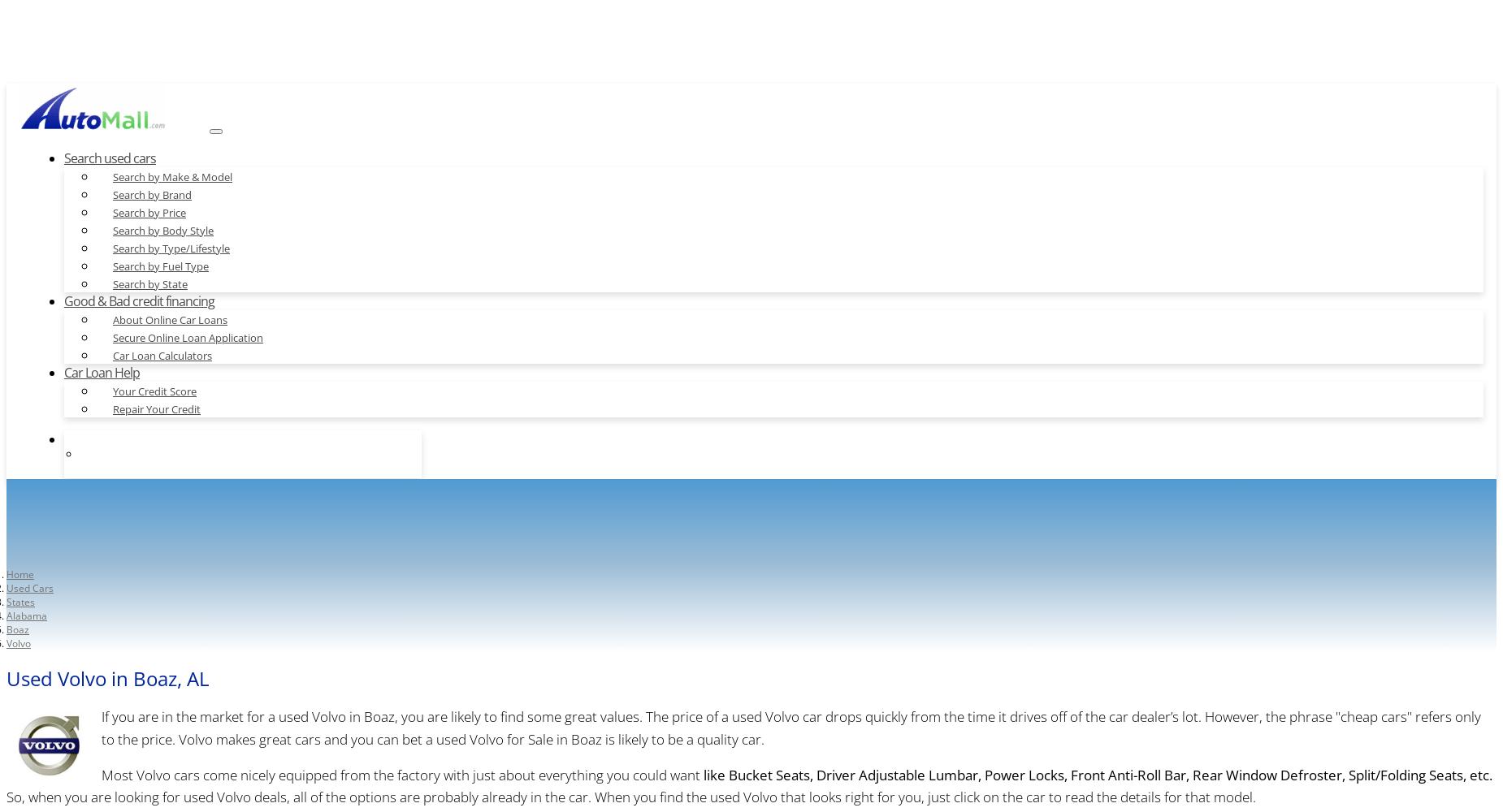  What do you see at coordinates (171, 175) in the screenshot?
I see `'Search by Make & Model'` at bounding box center [171, 175].